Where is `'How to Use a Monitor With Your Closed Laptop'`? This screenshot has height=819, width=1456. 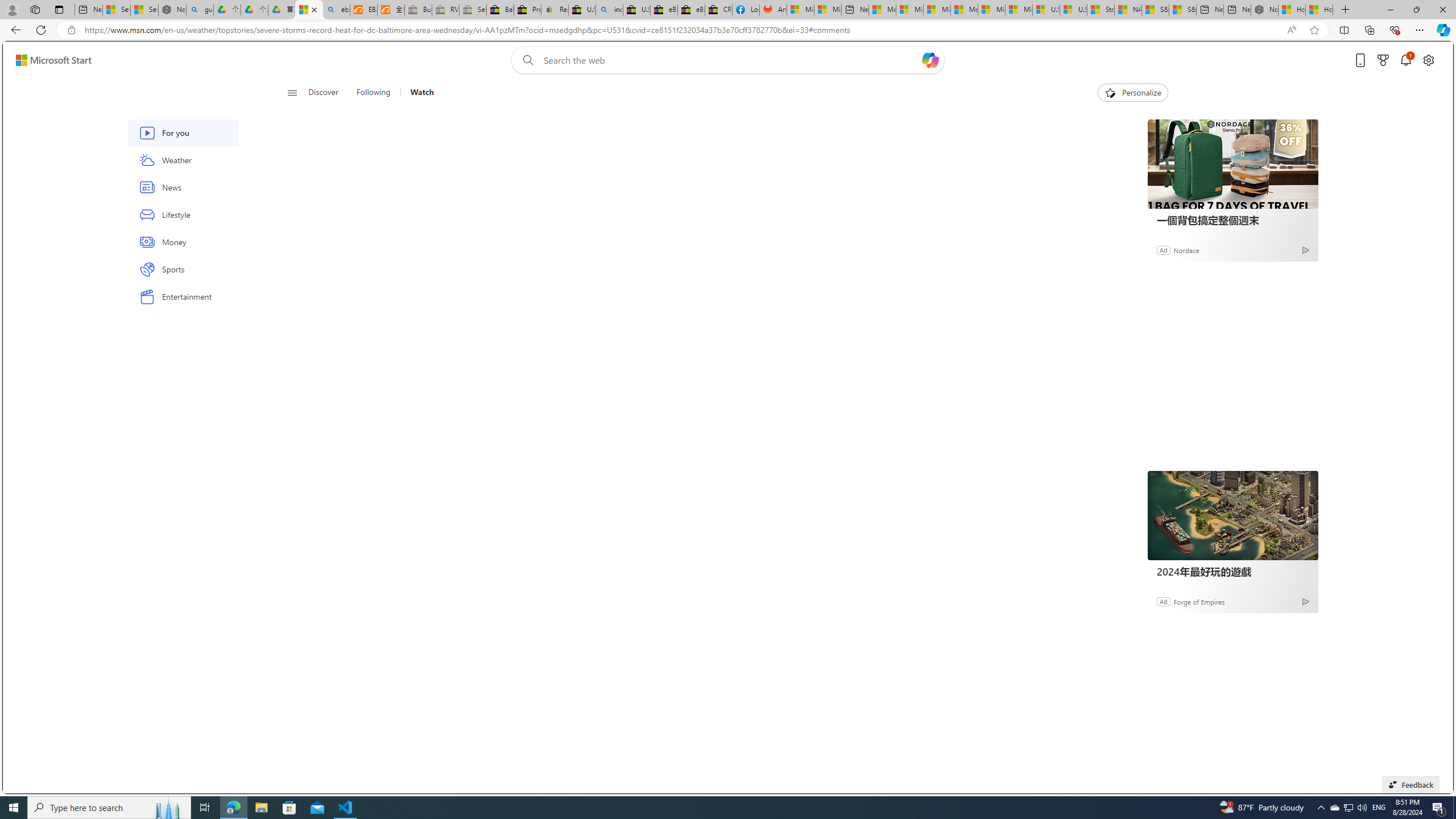 'How to Use a Monitor With Your Closed Laptop' is located at coordinates (1319, 9).